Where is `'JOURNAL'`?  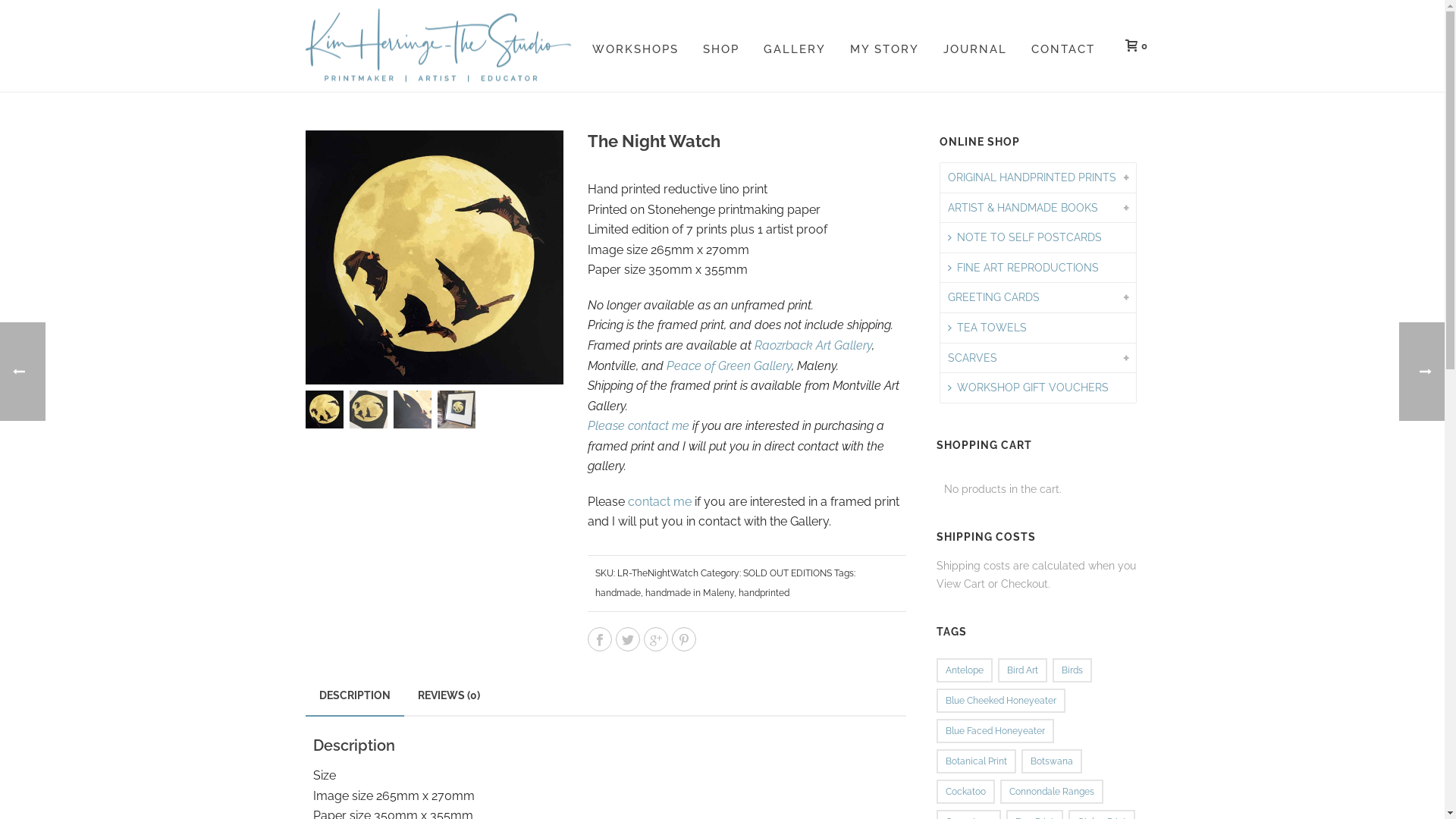 'JOURNAL' is located at coordinates (975, 45).